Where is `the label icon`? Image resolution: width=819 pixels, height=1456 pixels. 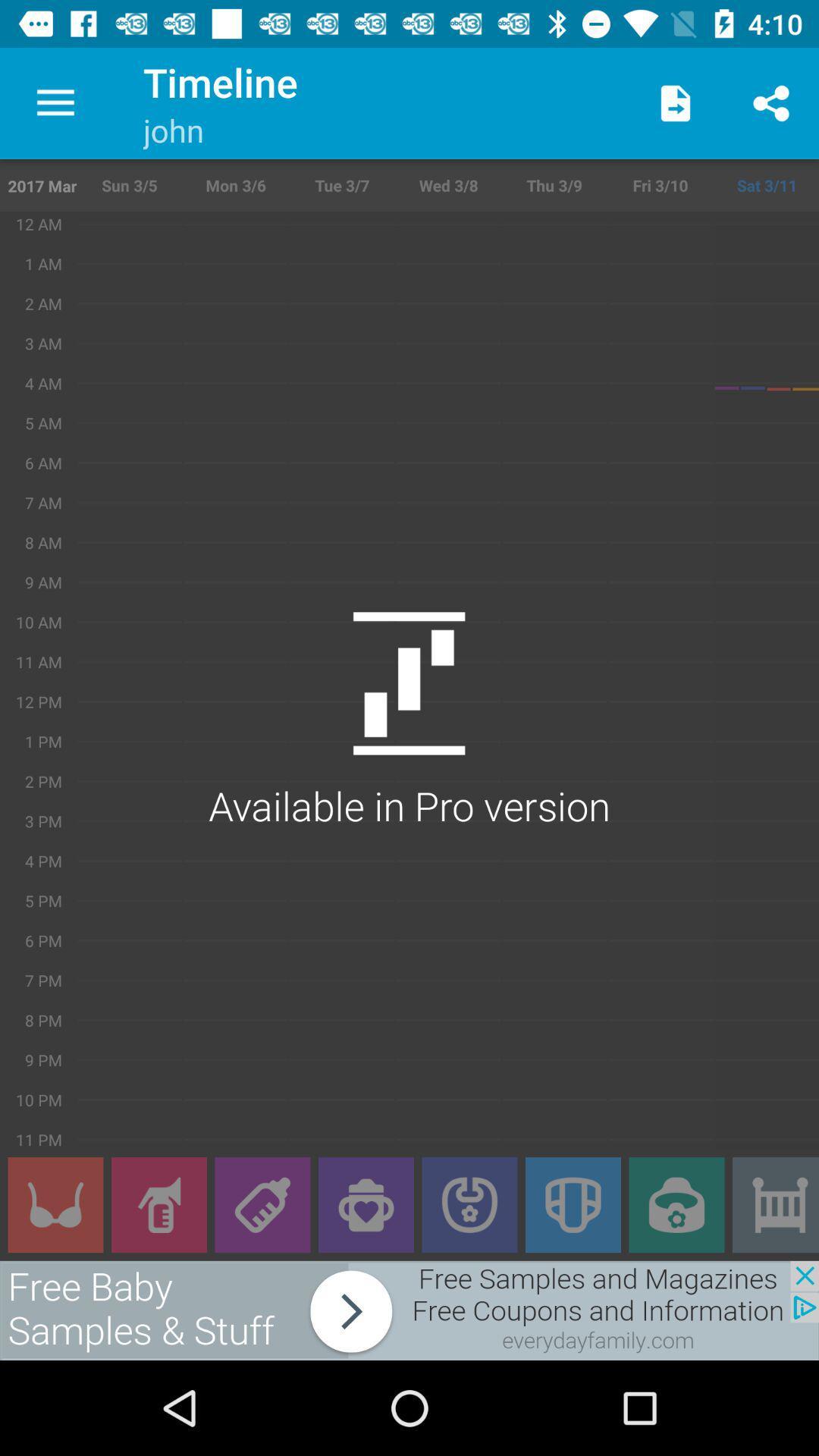
the label icon is located at coordinates (262, 1204).